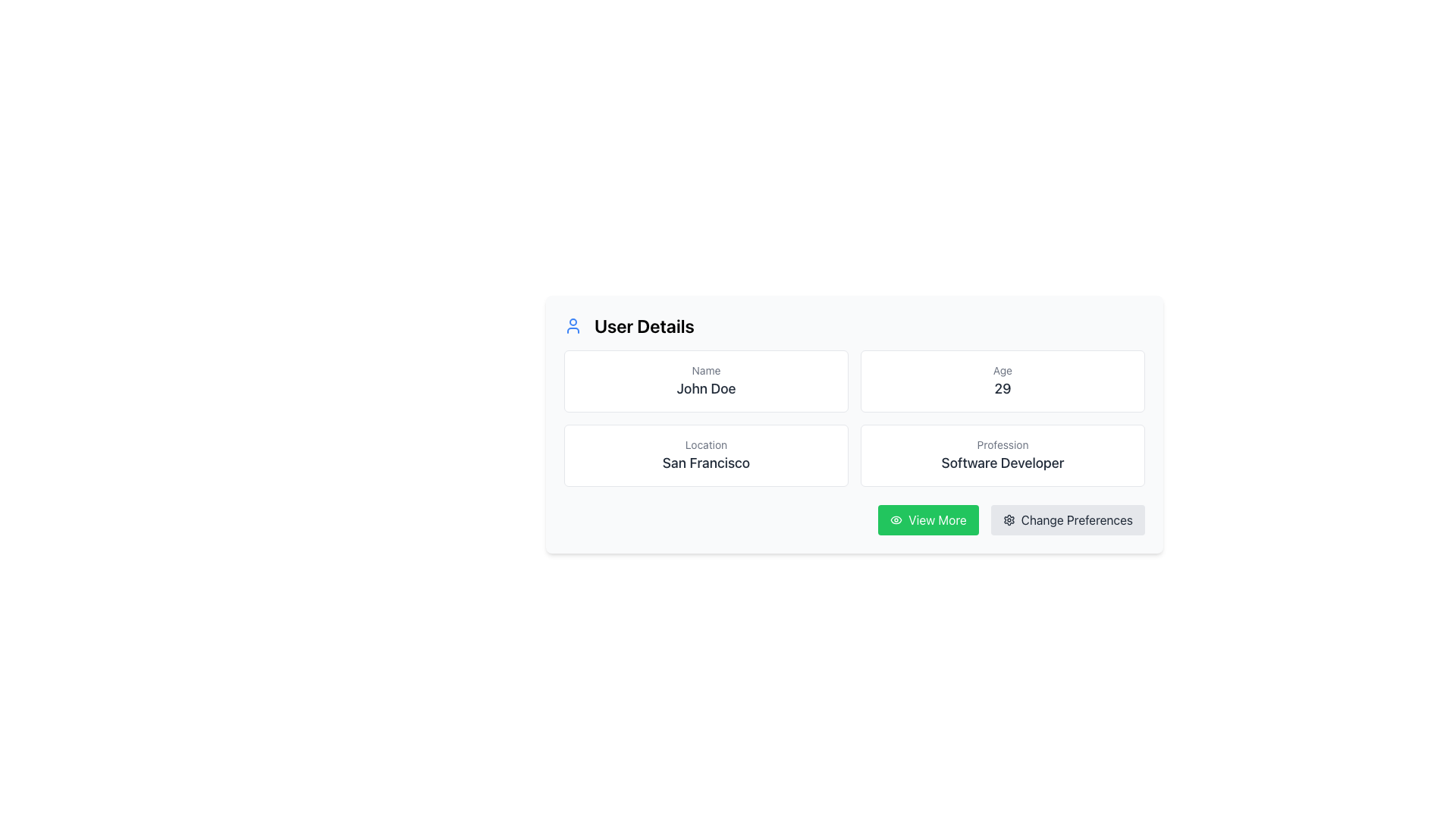 This screenshot has width=1456, height=819. I want to click on the Static Information Card displaying the geographical location 'San Francisco', located in the lower-left corner of the card grid, so click(705, 455).